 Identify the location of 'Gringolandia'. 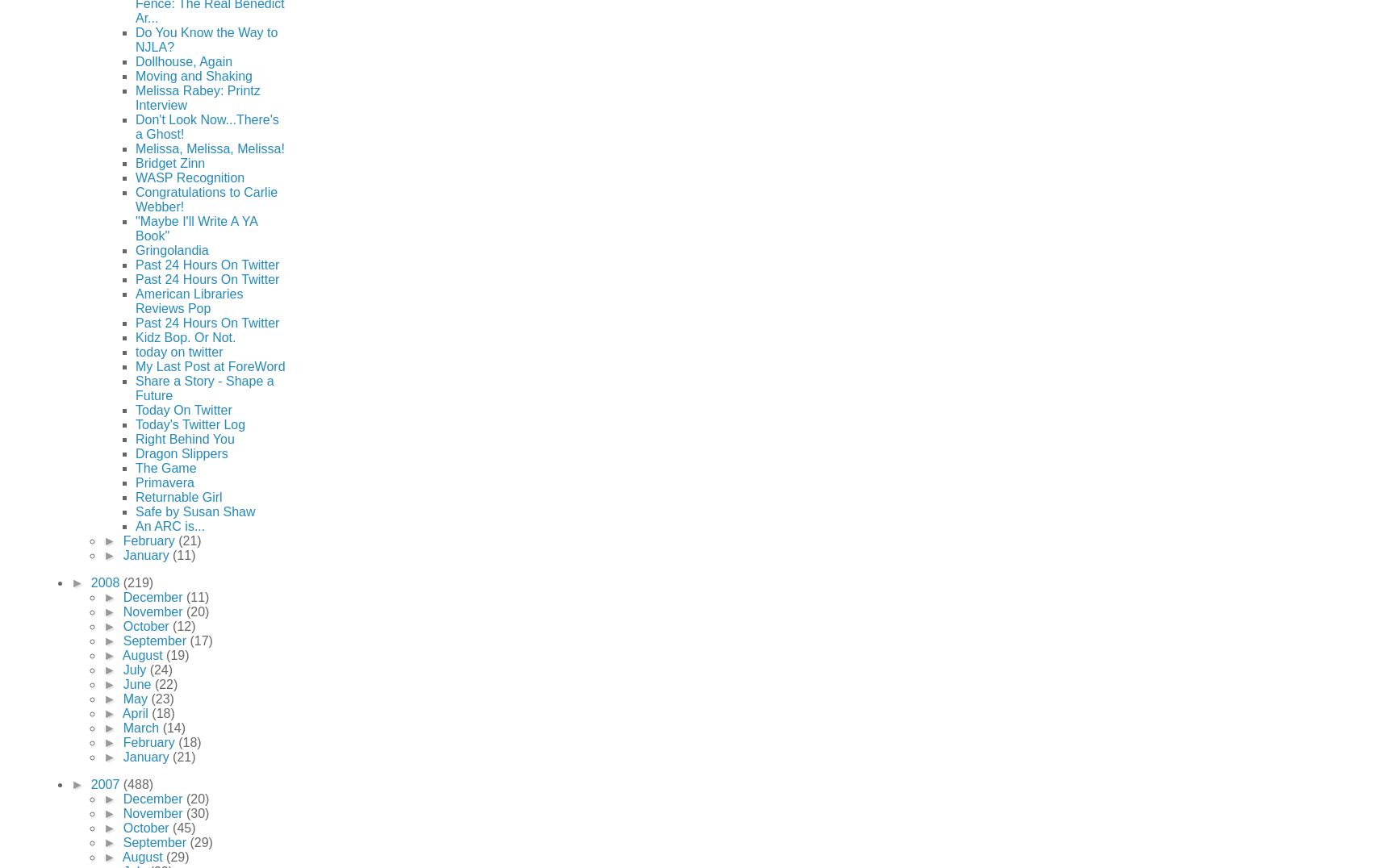
(170, 248).